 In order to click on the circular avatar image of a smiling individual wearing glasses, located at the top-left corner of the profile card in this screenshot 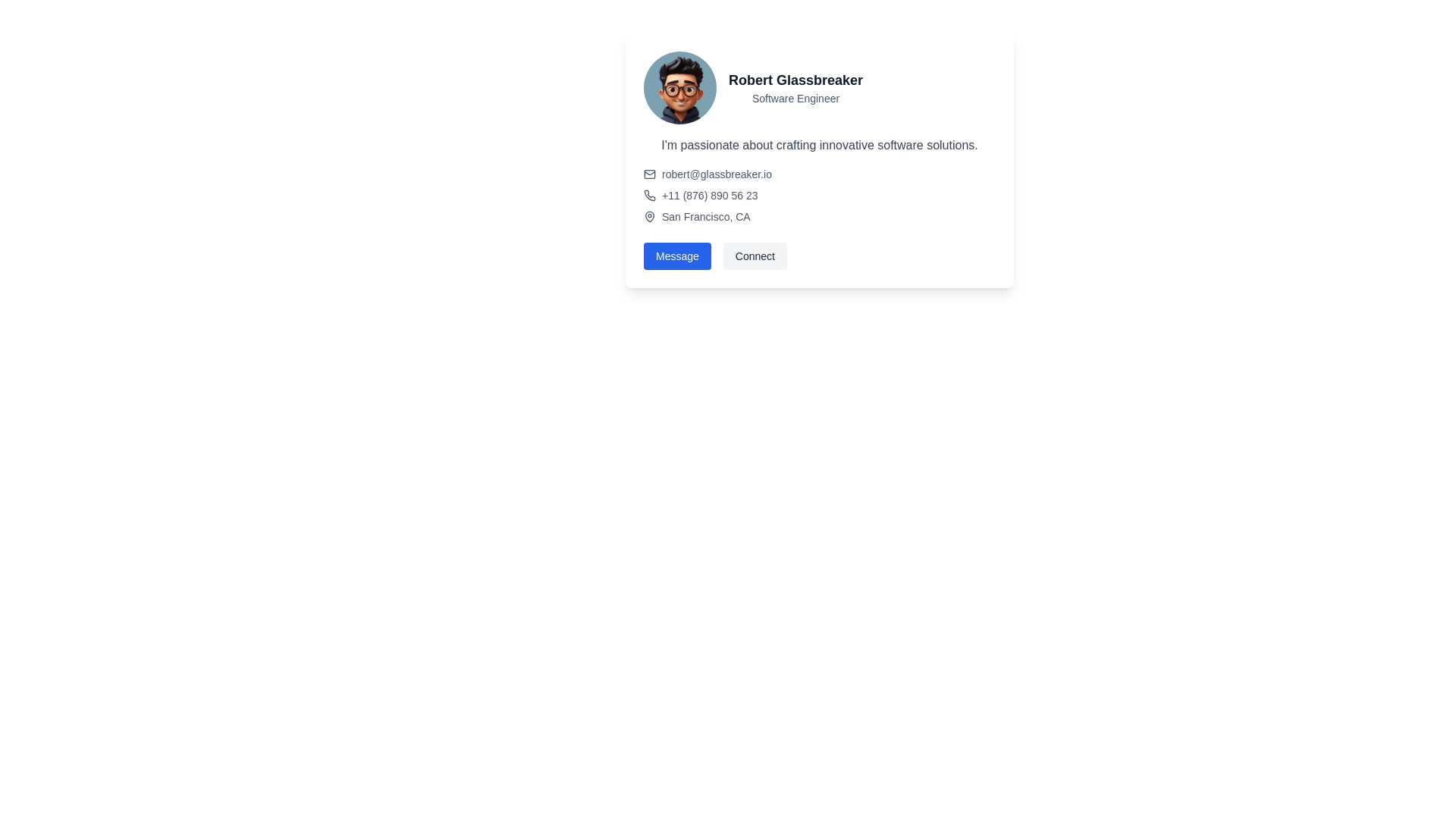, I will do `click(679, 87)`.